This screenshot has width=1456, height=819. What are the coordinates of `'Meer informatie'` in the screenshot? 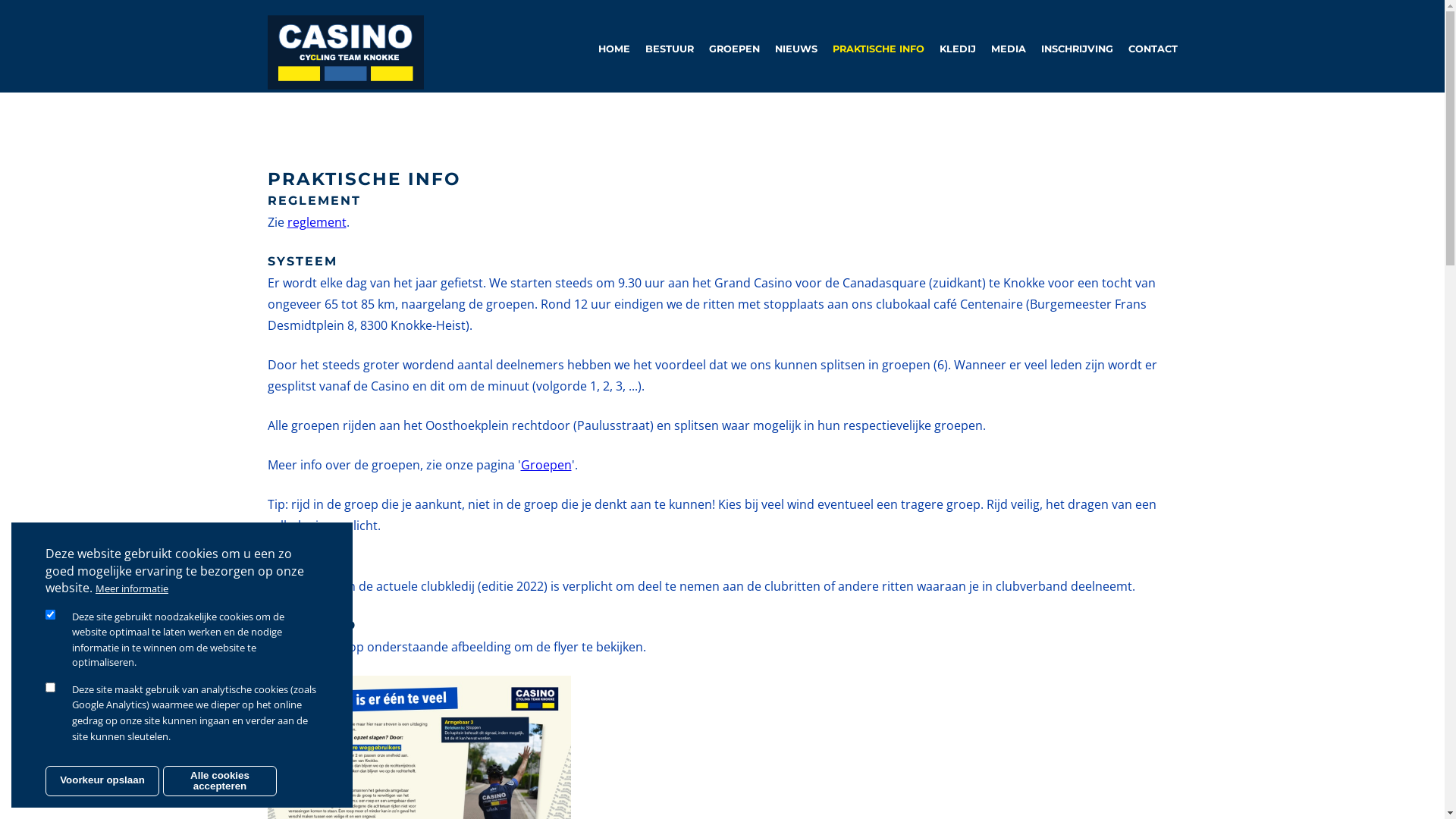 It's located at (131, 587).